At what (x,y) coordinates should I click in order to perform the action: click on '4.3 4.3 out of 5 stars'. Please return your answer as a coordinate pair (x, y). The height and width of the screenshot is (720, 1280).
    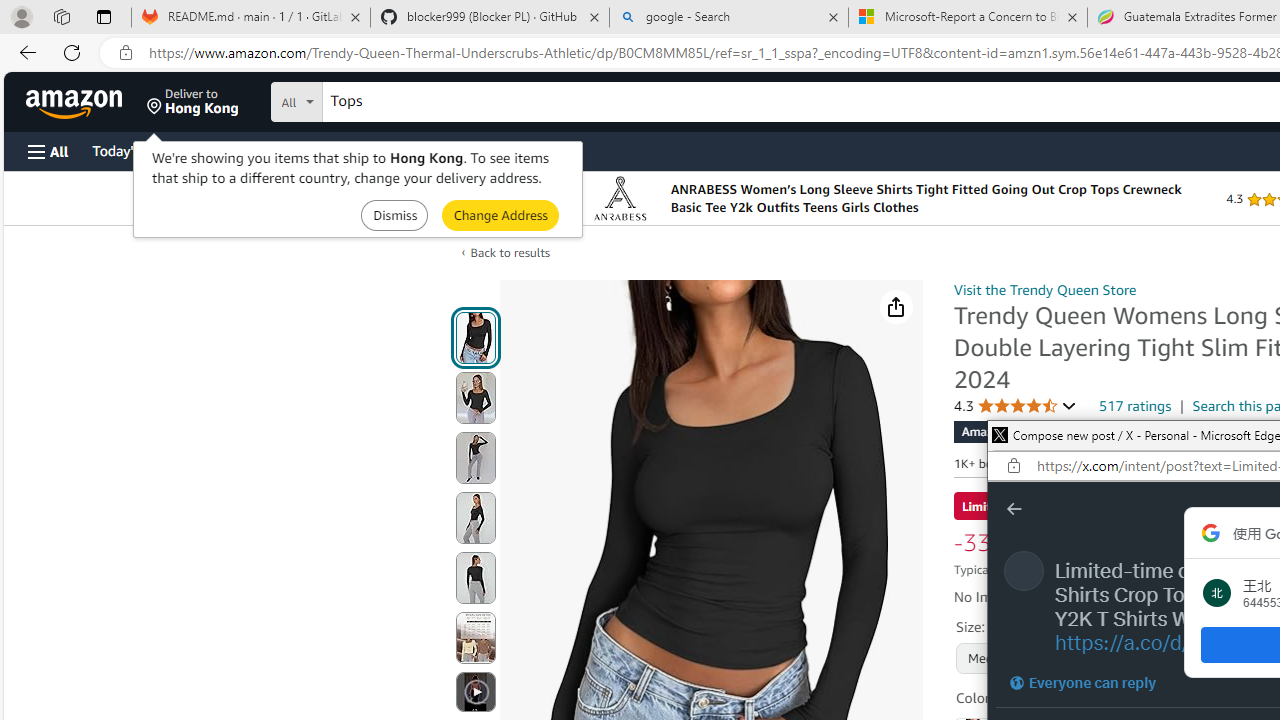
    Looking at the image, I should click on (1015, 405).